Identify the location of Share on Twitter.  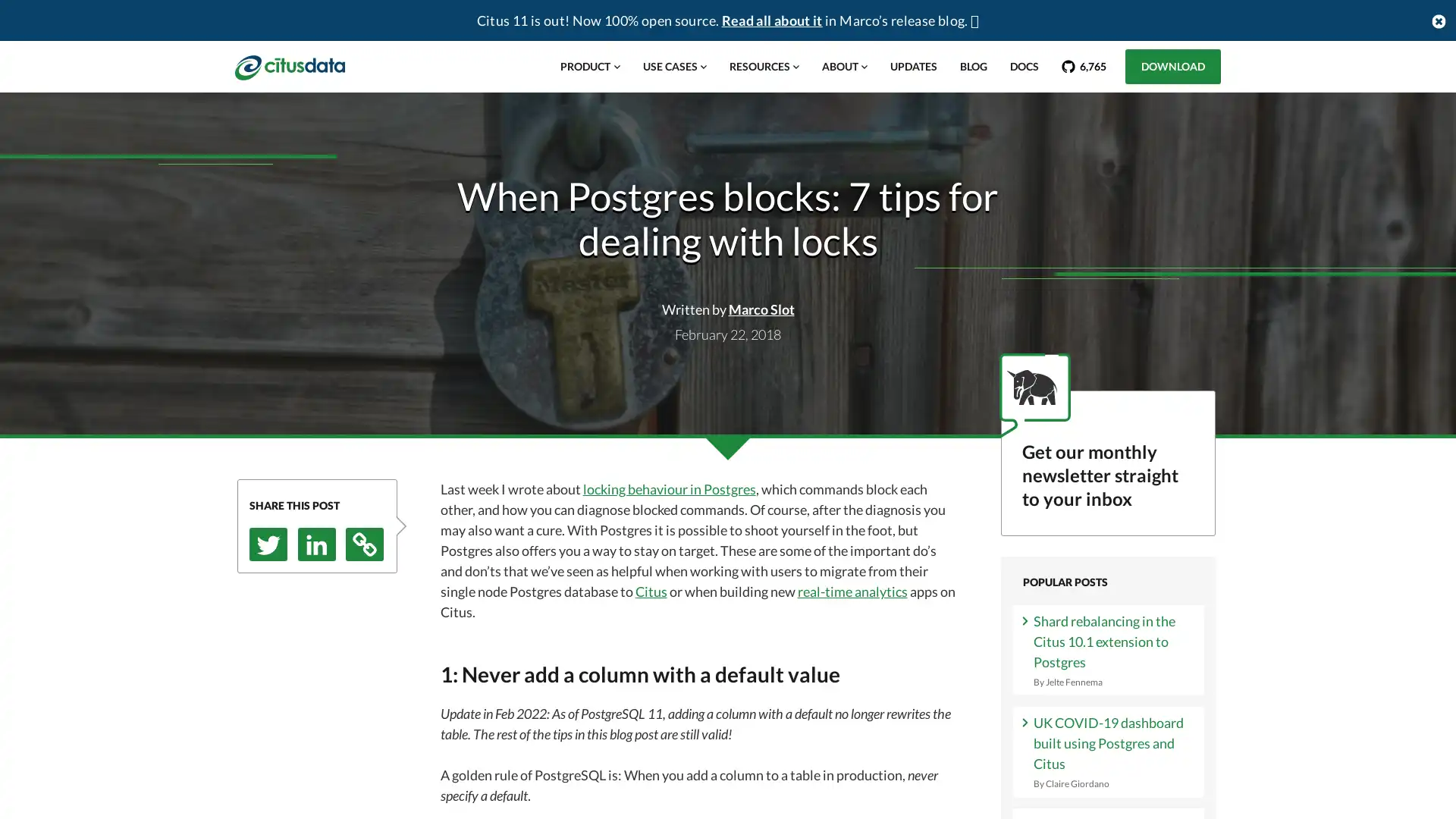
(268, 543).